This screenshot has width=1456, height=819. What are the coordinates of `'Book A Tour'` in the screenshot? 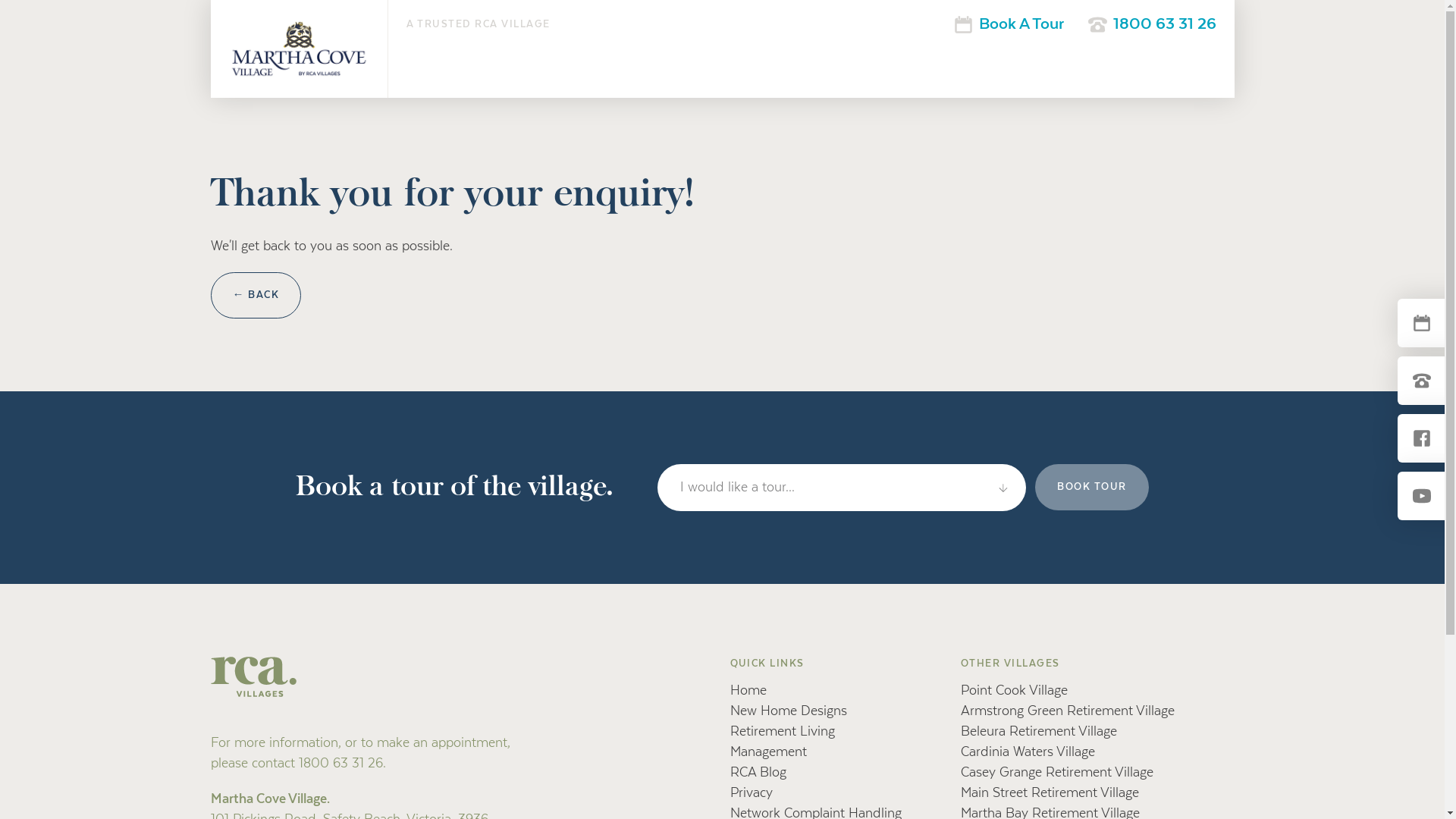 It's located at (1009, 24).